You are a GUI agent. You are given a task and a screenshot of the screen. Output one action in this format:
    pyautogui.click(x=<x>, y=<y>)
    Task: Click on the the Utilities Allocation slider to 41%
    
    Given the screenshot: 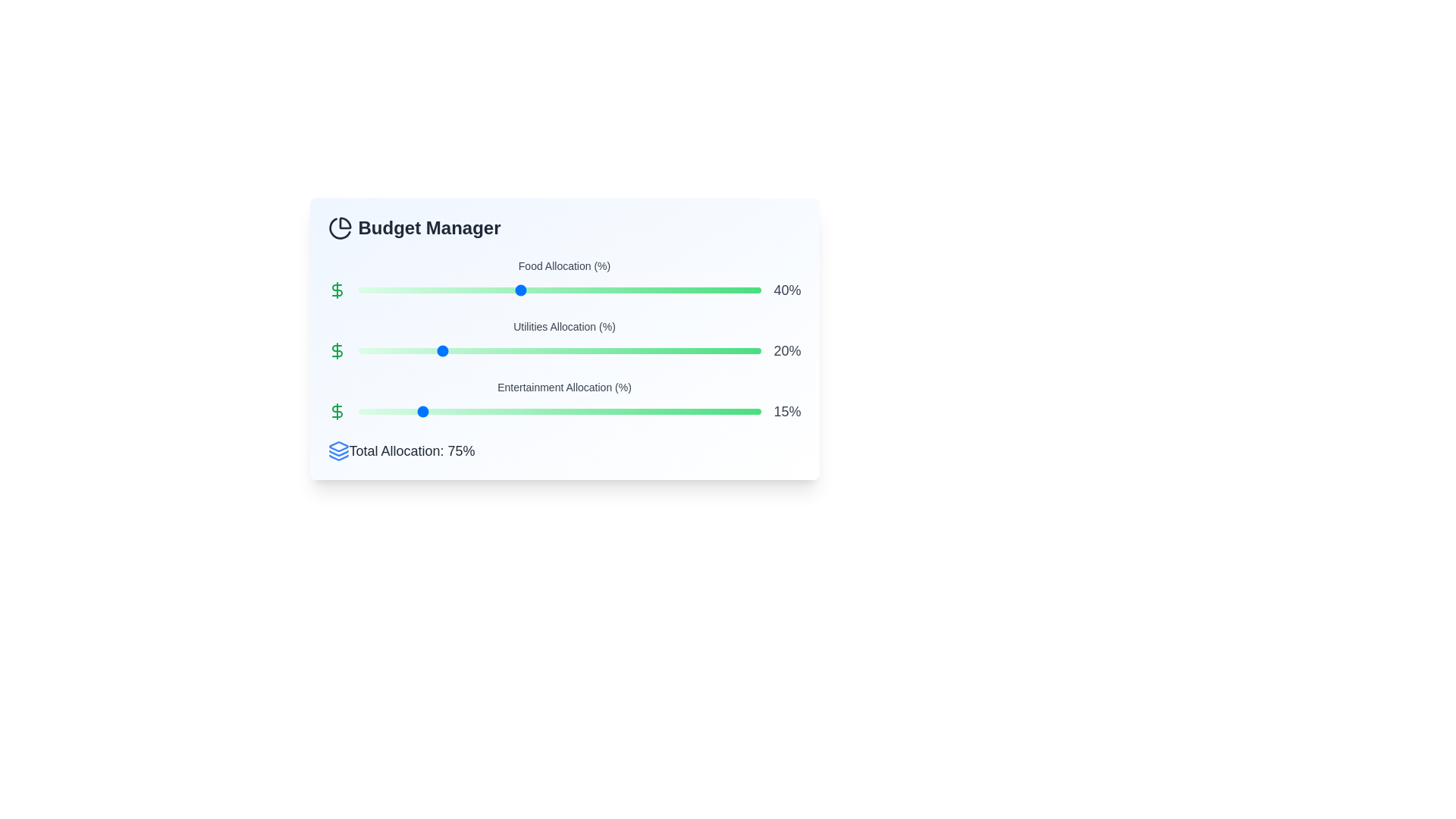 What is the action you would take?
    pyautogui.click(x=523, y=350)
    